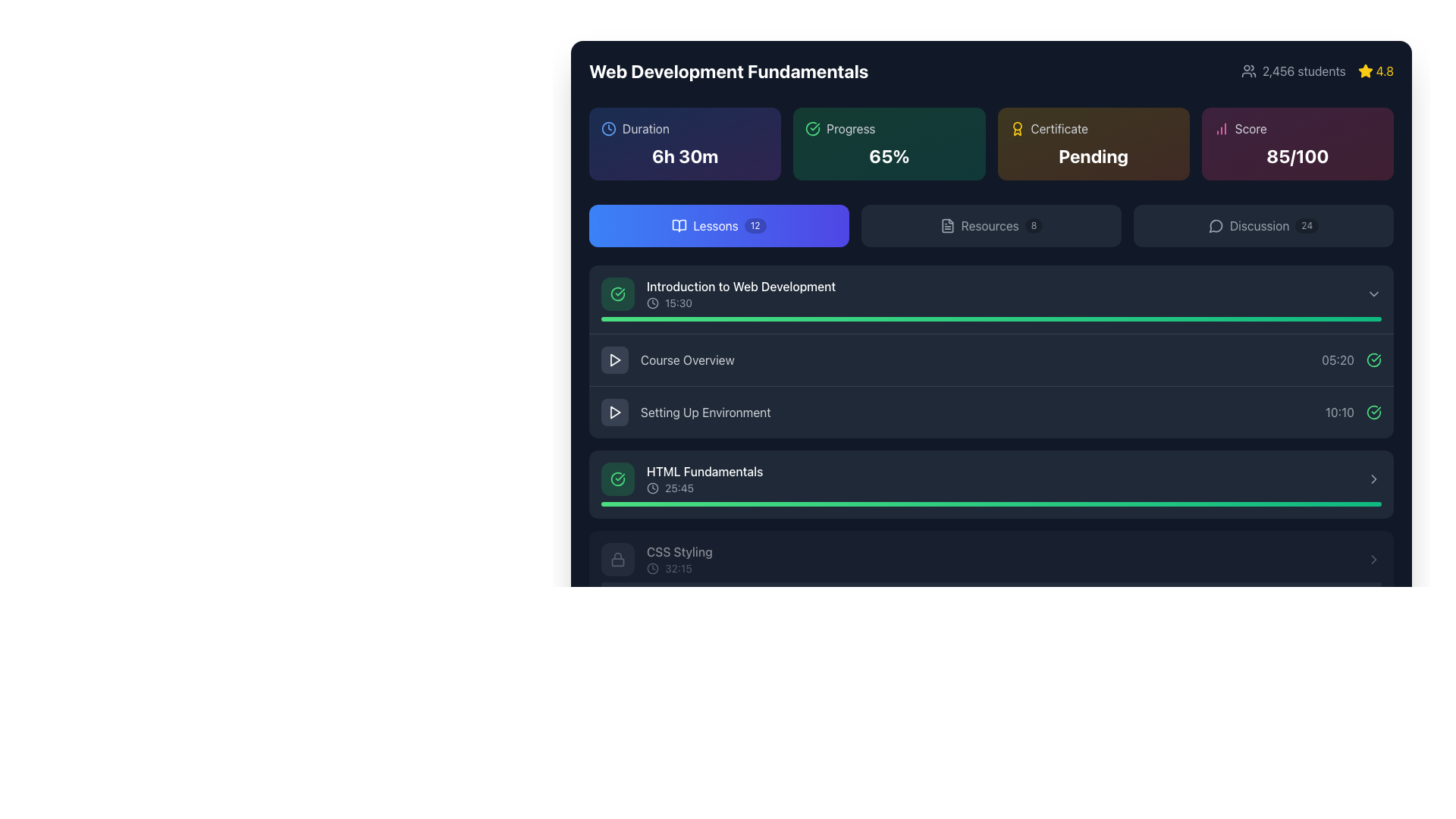  Describe the element at coordinates (679, 225) in the screenshot. I see `the left-side component of the book icon, which is part of the decorative vector graphic representing educational content, located within the blue 'Lessons' button in the toolbar` at that location.